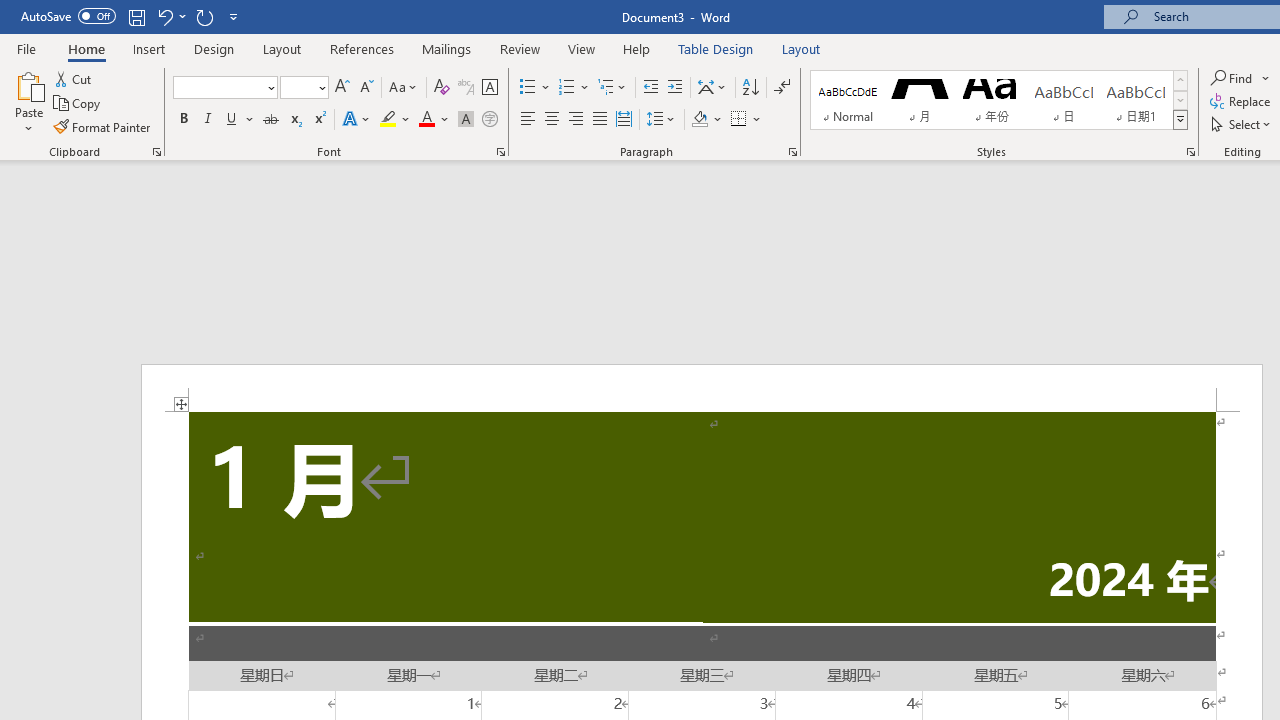 The image size is (1280, 720). Describe the element at coordinates (425, 119) in the screenshot. I see `'Font Color RGB(255, 0, 0)'` at that location.